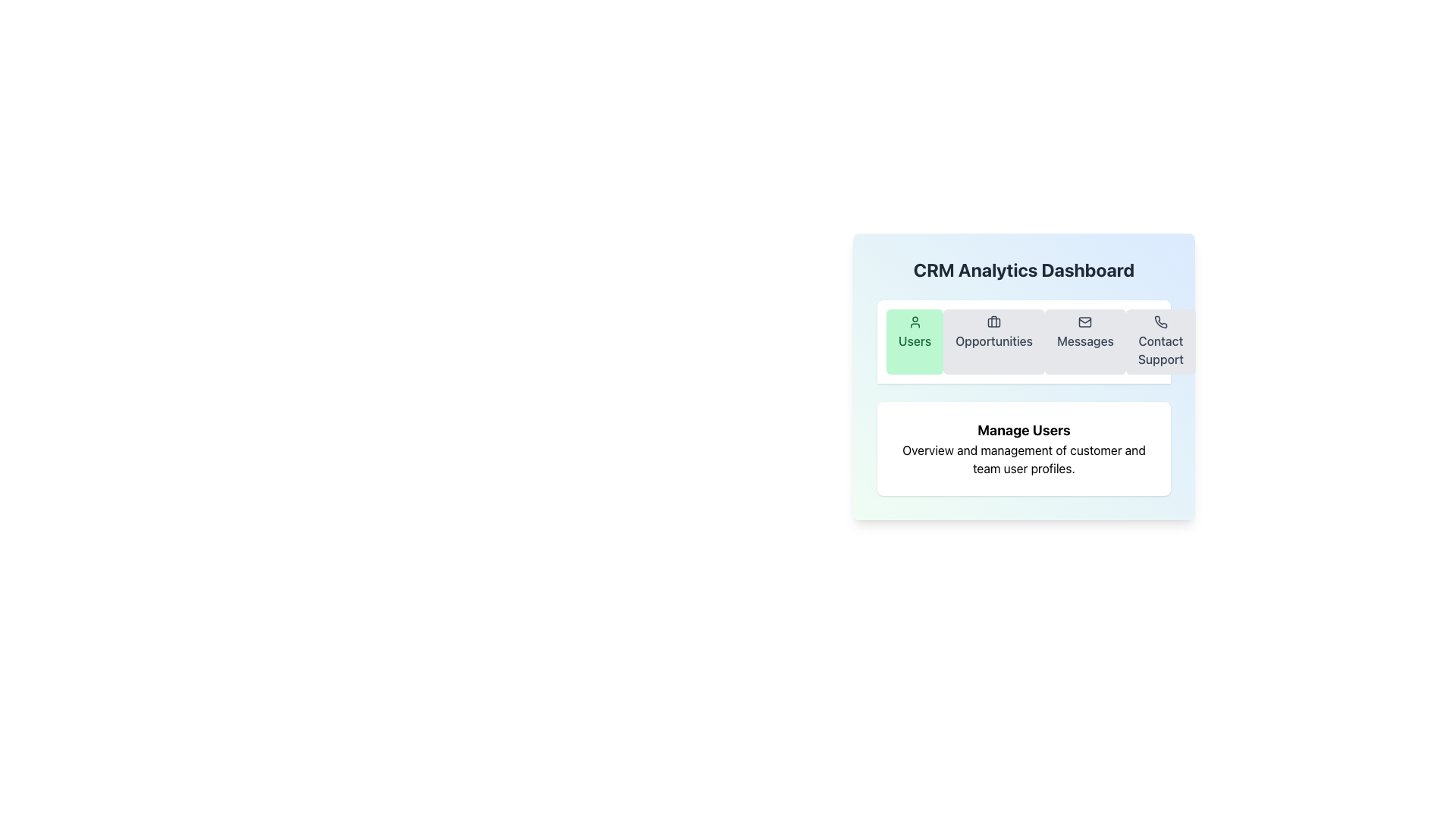 The width and height of the screenshot is (1456, 819). I want to click on the text label indicating functionality related to contacting support services, located below the phone icon in the menu, so click(1159, 350).